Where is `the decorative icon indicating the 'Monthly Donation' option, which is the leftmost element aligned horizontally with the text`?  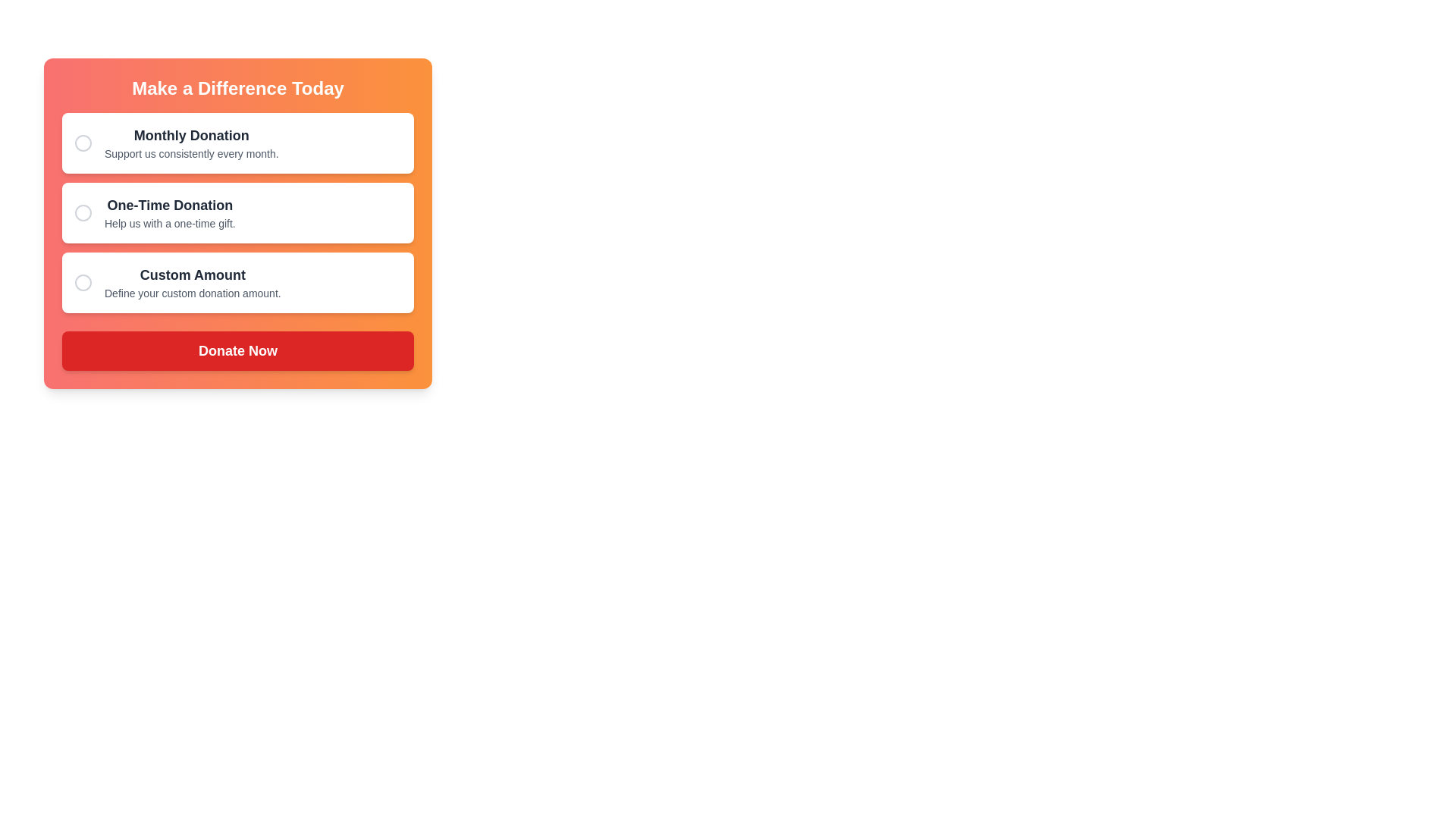
the decorative icon indicating the 'Monthly Donation' option, which is the leftmost element aligned horizontally with the text is located at coordinates (83, 143).